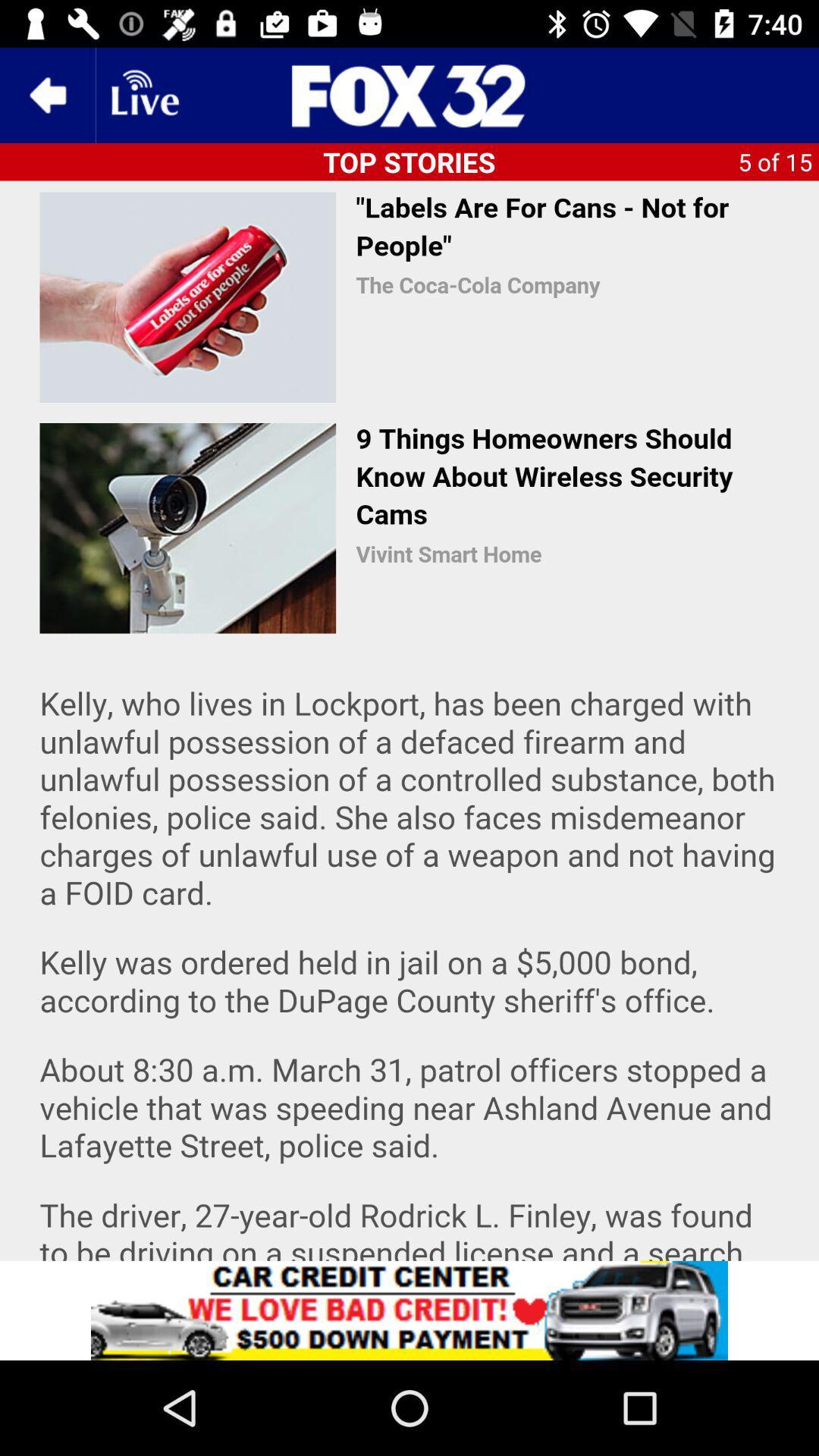 The width and height of the screenshot is (819, 1456). I want to click on advertisement, so click(409, 1310).